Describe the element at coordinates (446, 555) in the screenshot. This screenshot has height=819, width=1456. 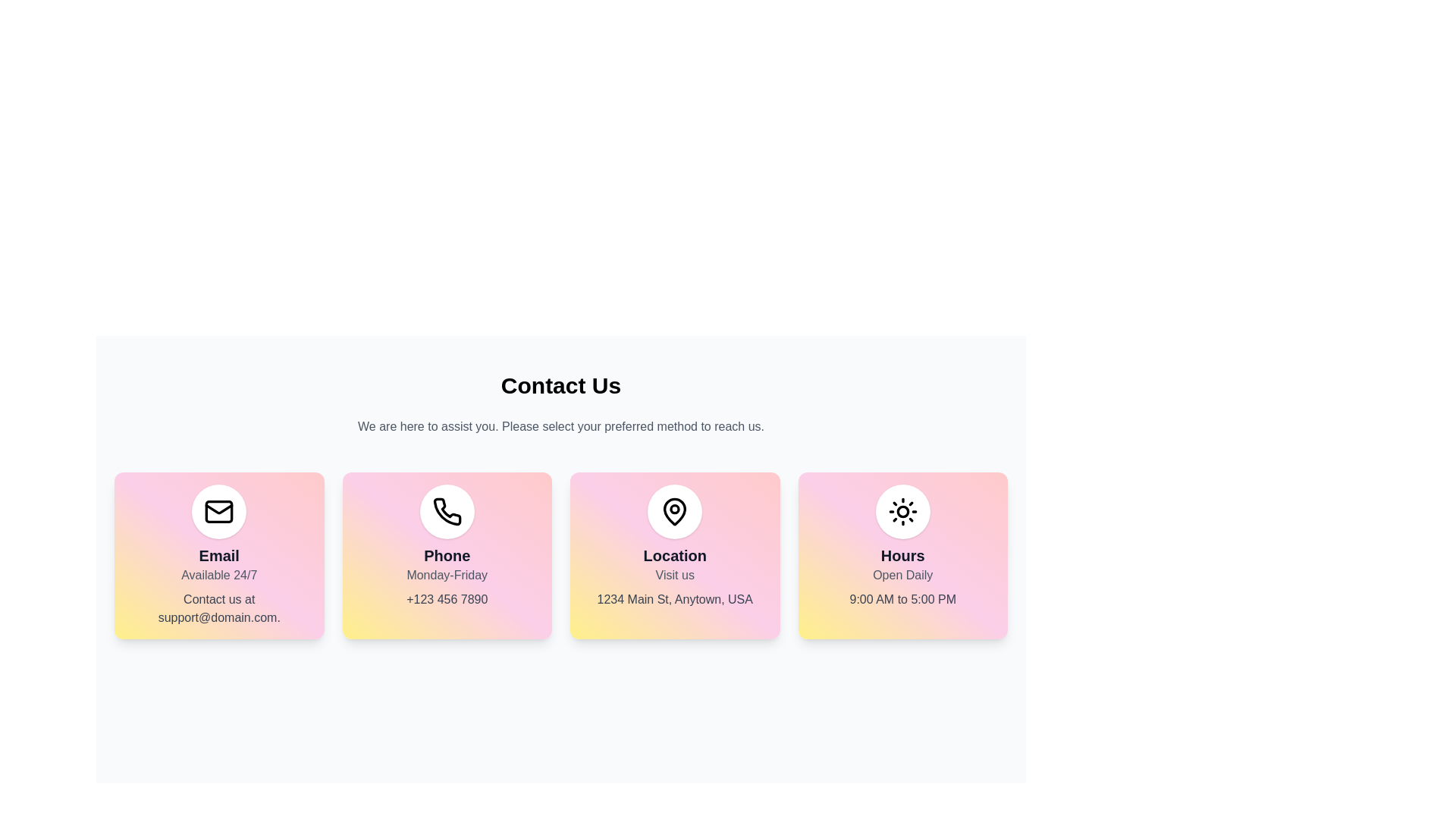
I see `label displaying the word 'Phone' which is styled in bold and large letters, located in the second box from the left in the contact options row` at that location.